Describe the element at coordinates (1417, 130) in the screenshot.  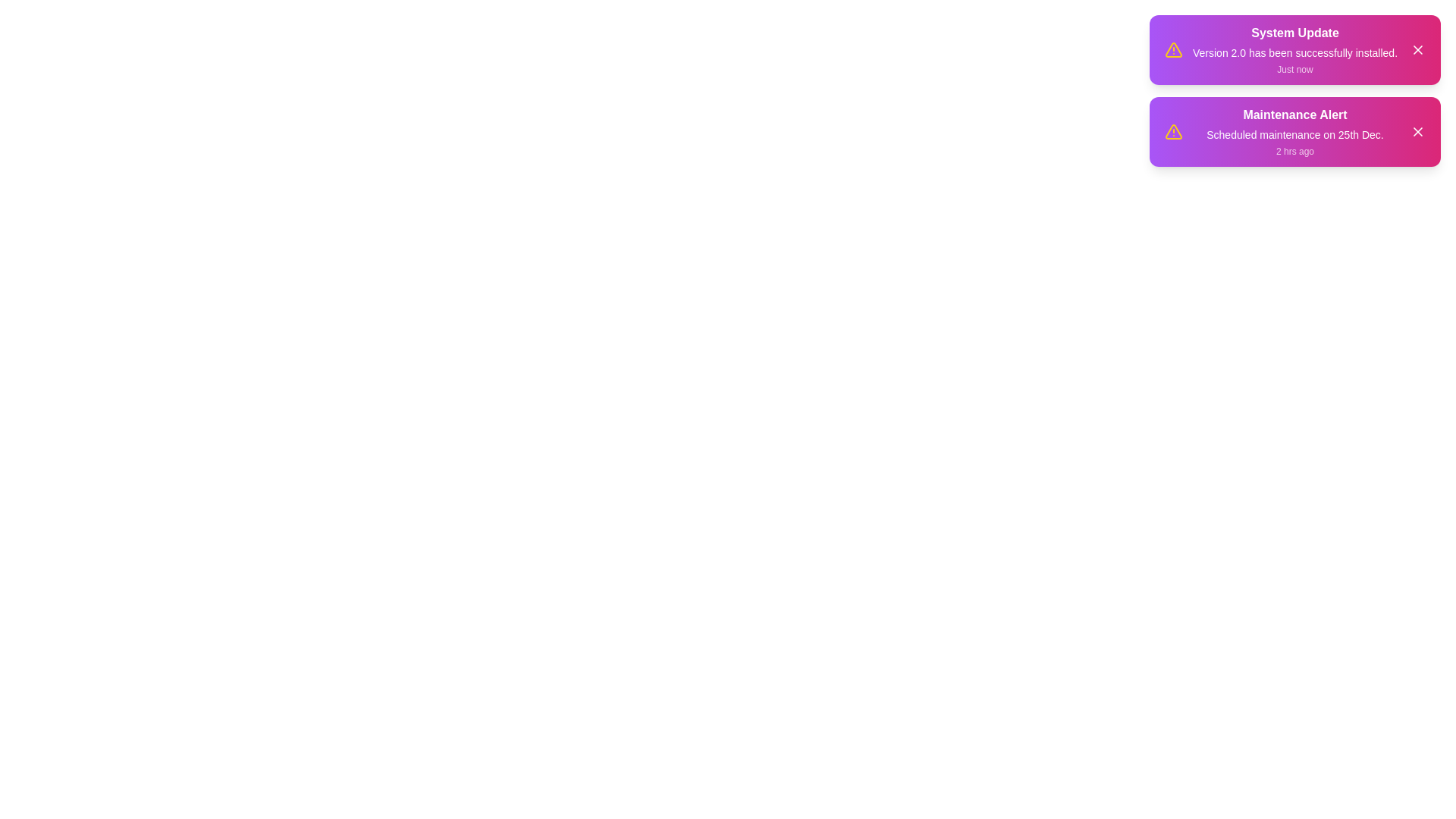
I see `close button of the notification with title Maintenance Alert` at that location.